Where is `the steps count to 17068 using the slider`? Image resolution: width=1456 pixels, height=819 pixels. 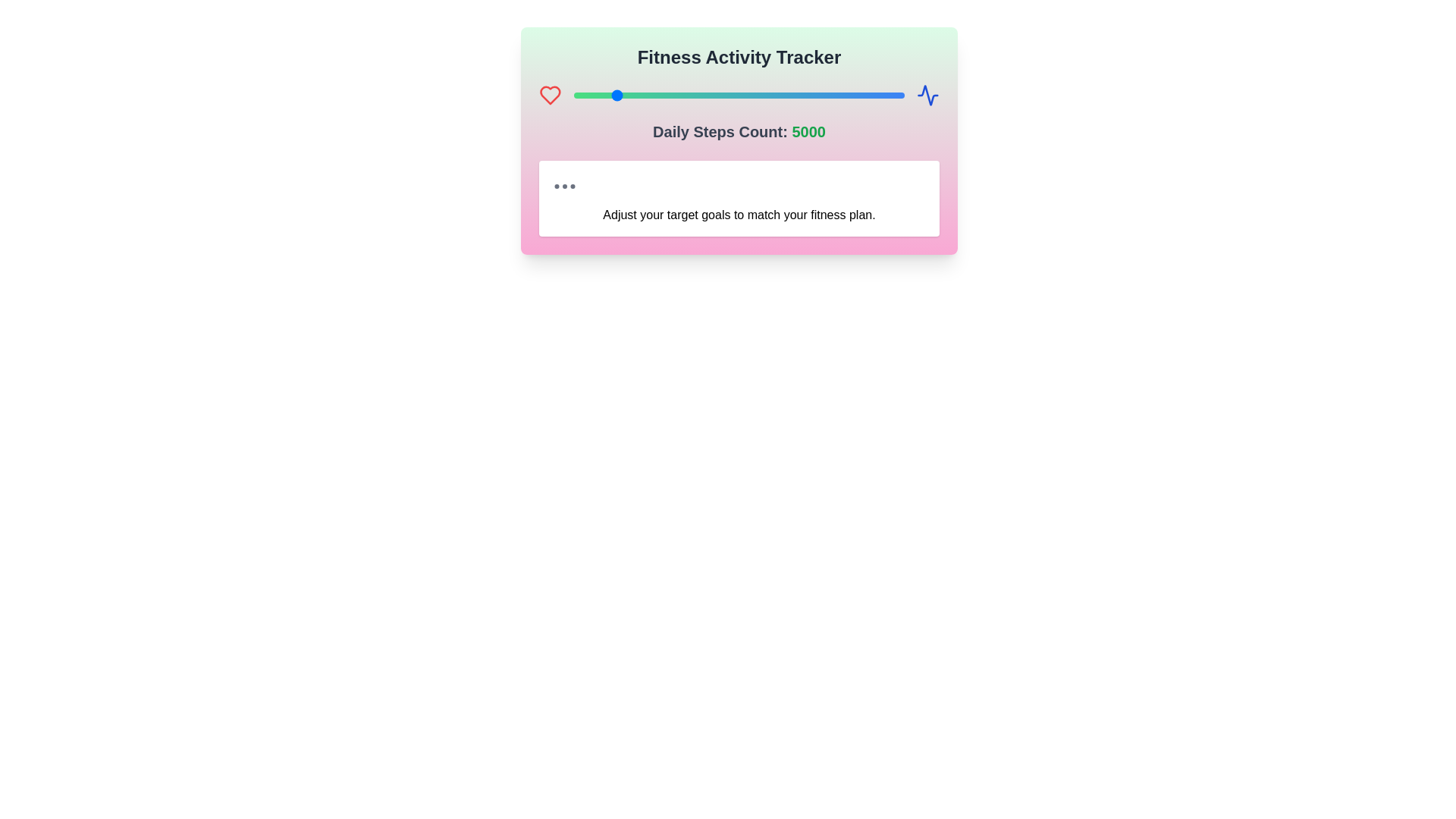
the steps count to 17068 using the slider is located at coordinates (847, 96).